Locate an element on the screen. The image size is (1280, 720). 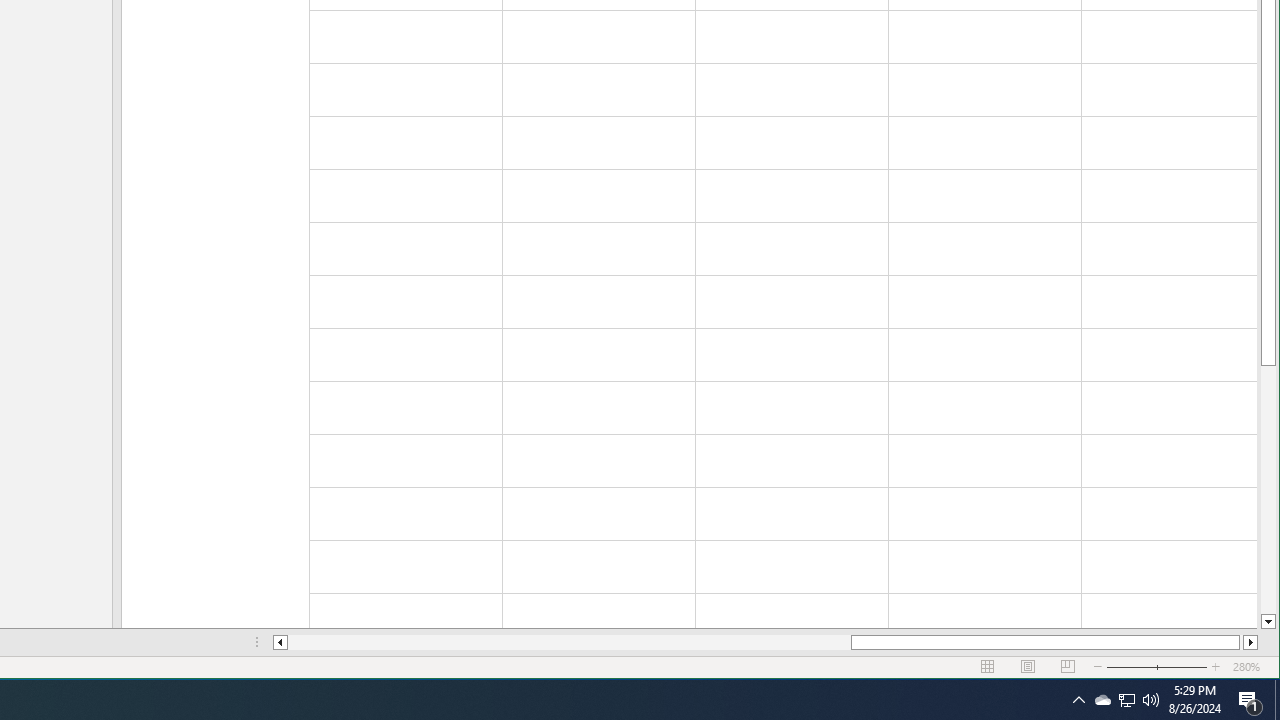
'Show desktop' is located at coordinates (1250, 698).